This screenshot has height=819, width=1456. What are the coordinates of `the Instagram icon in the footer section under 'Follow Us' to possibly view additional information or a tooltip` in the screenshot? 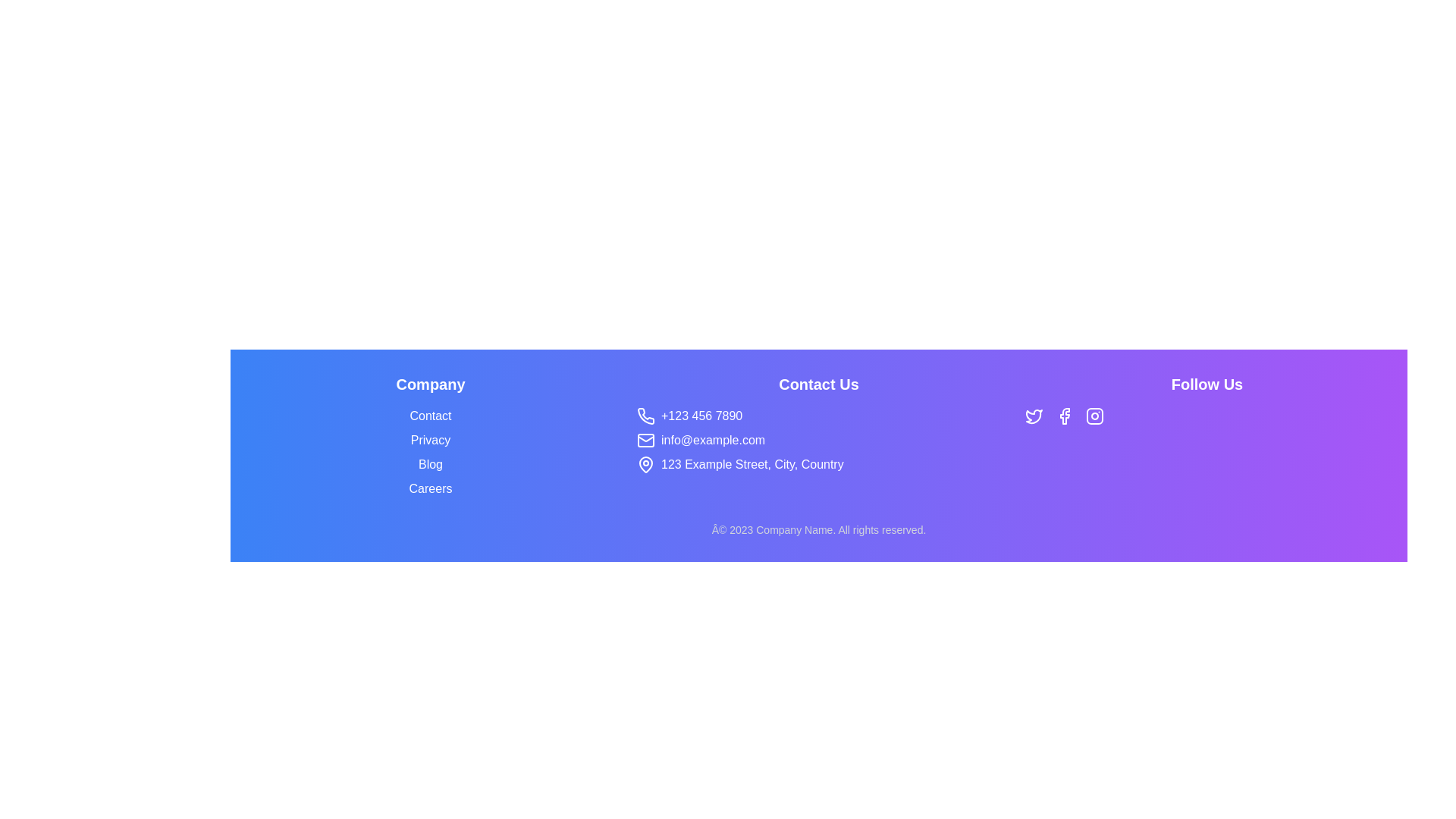 It's located at (1095, 416).